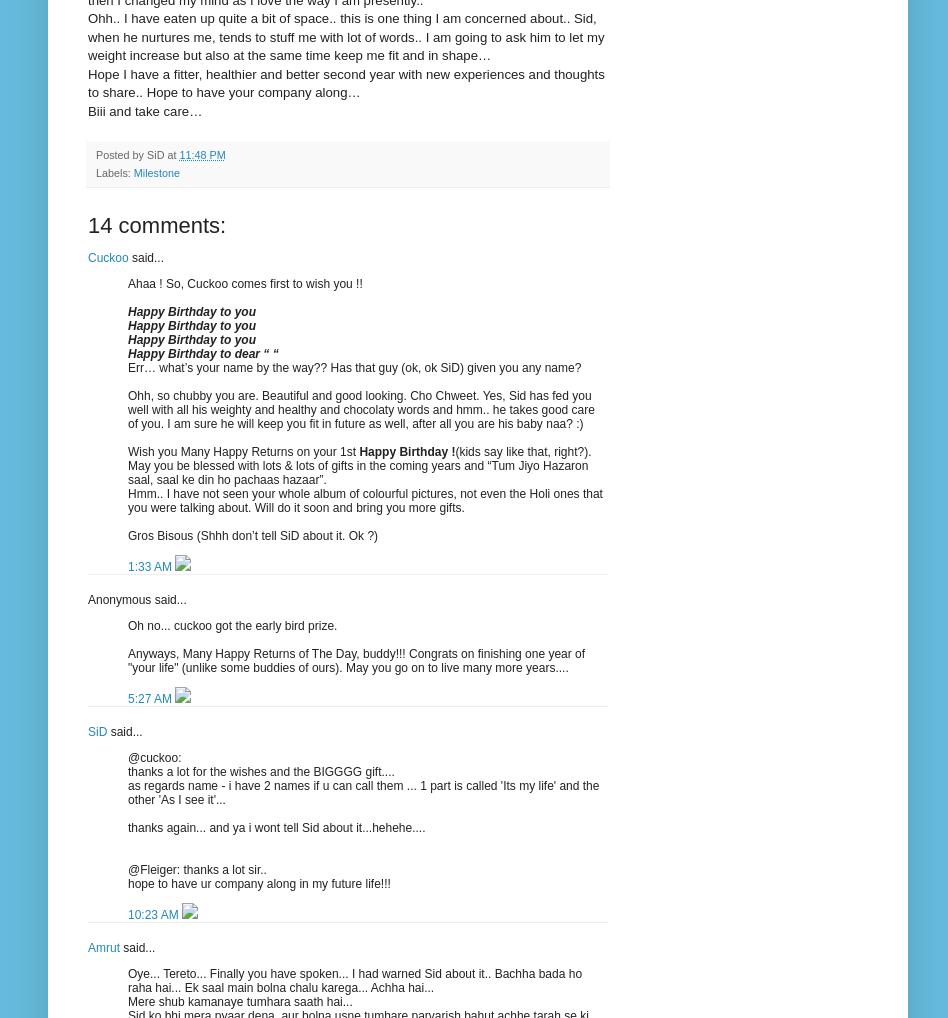 The width and height of the screenshot is (948, 1018). I want to click on 'Happy Birthday to dear “   “', so click(201, 352).